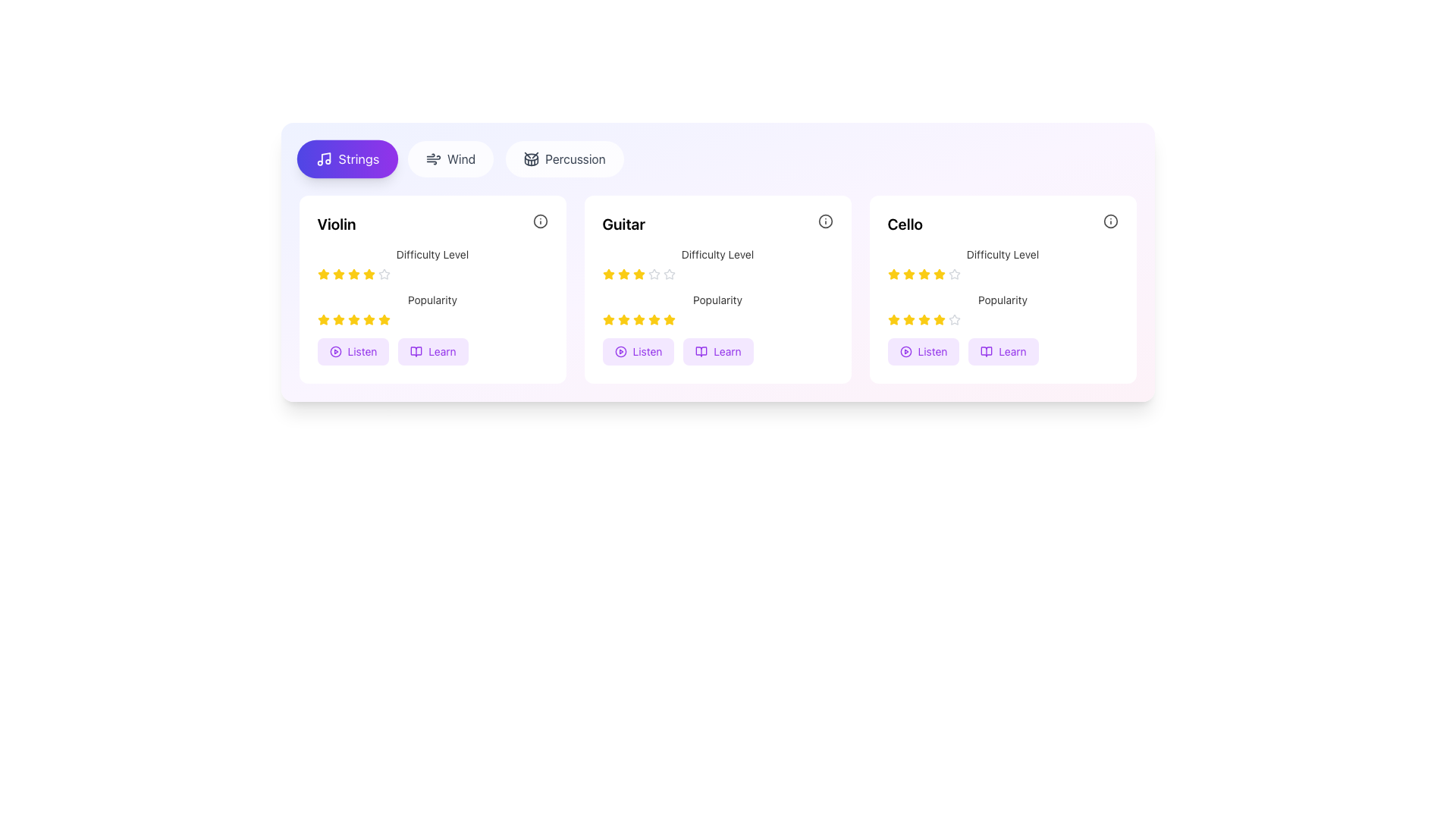 This screenshot has height=819, width=1456. I want to click on the second button in the horizontal group at the bottom of the card for the 'Guitar' item to observe the hover effects, so click(717, 351).